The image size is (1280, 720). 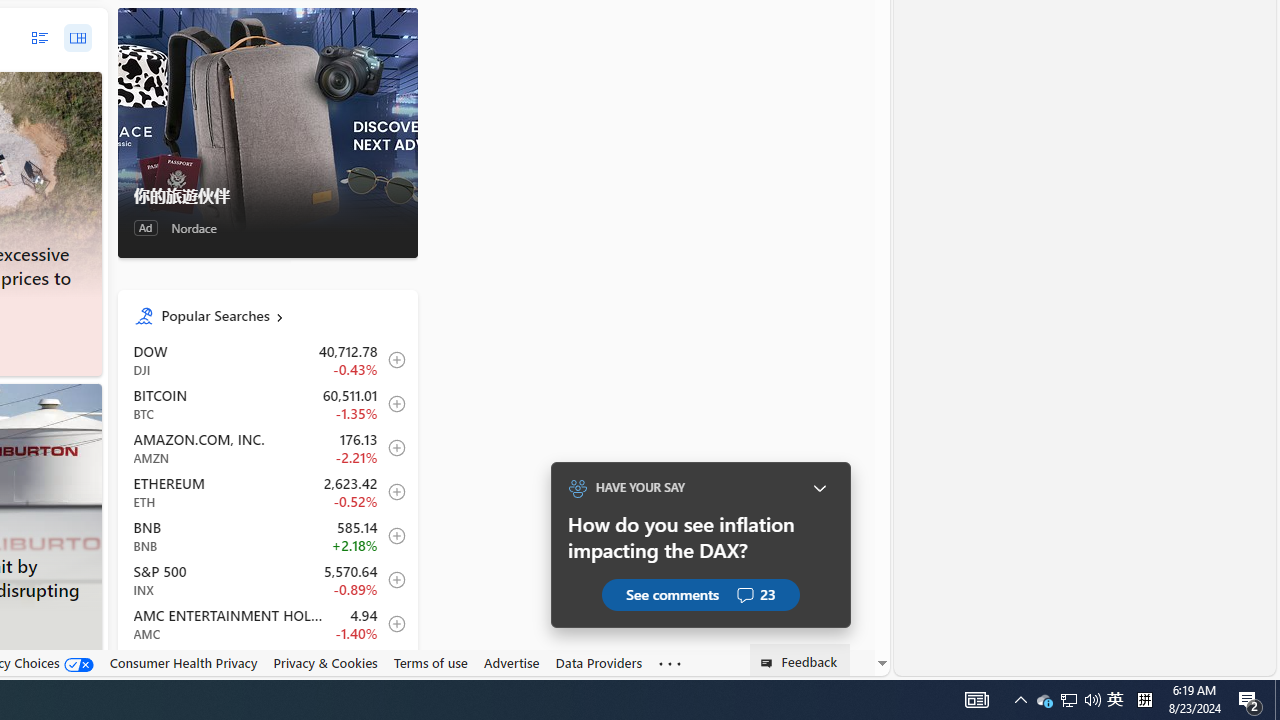 I want to click on 'ETH Ethereum decrease 2,623.42 -13.69 -0.52% itemundefined', so click(x=266, y=492).